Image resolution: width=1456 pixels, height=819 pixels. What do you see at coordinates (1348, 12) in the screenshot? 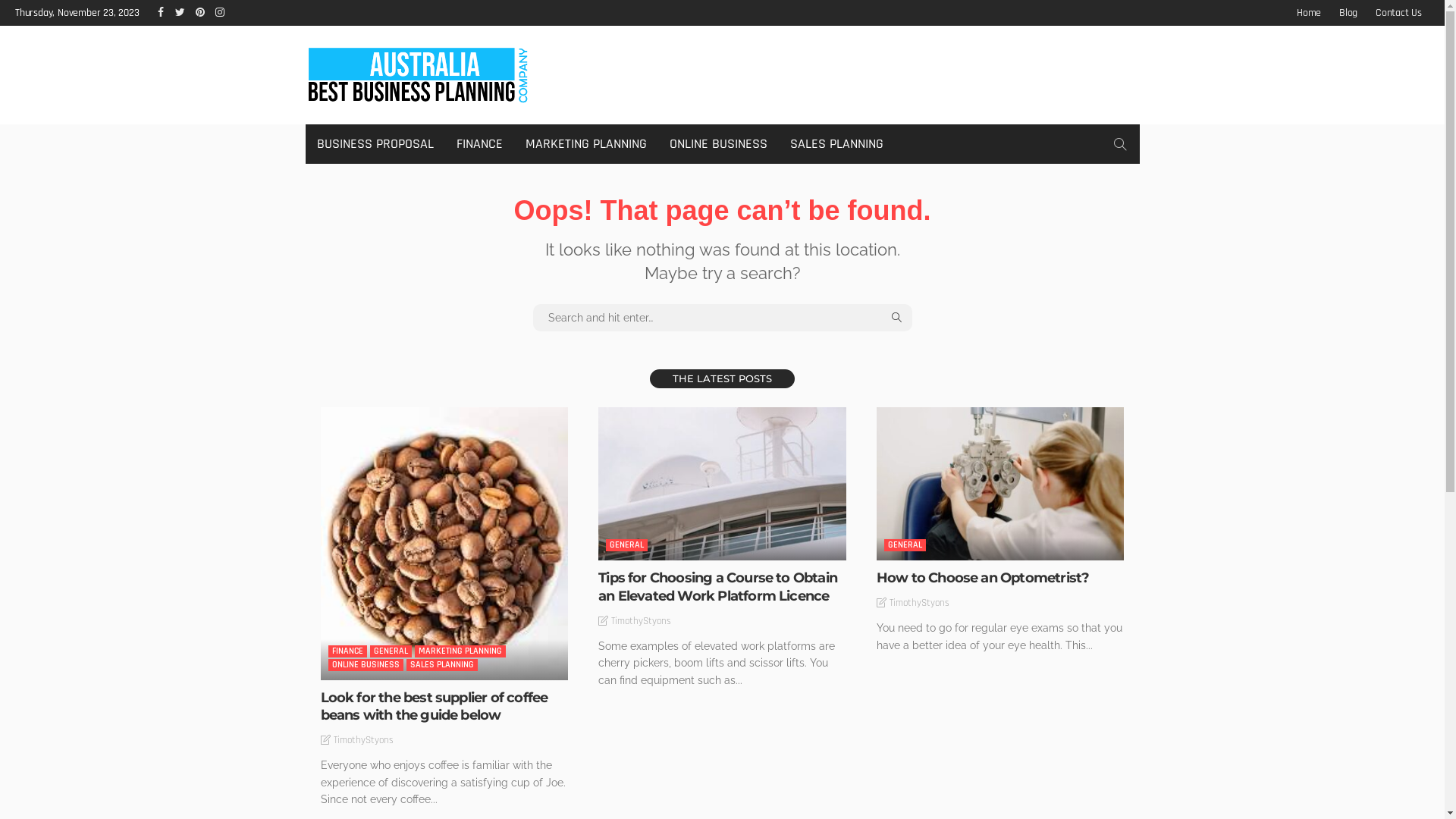
I see `'Blog'` at bounding box center [1348, 12].